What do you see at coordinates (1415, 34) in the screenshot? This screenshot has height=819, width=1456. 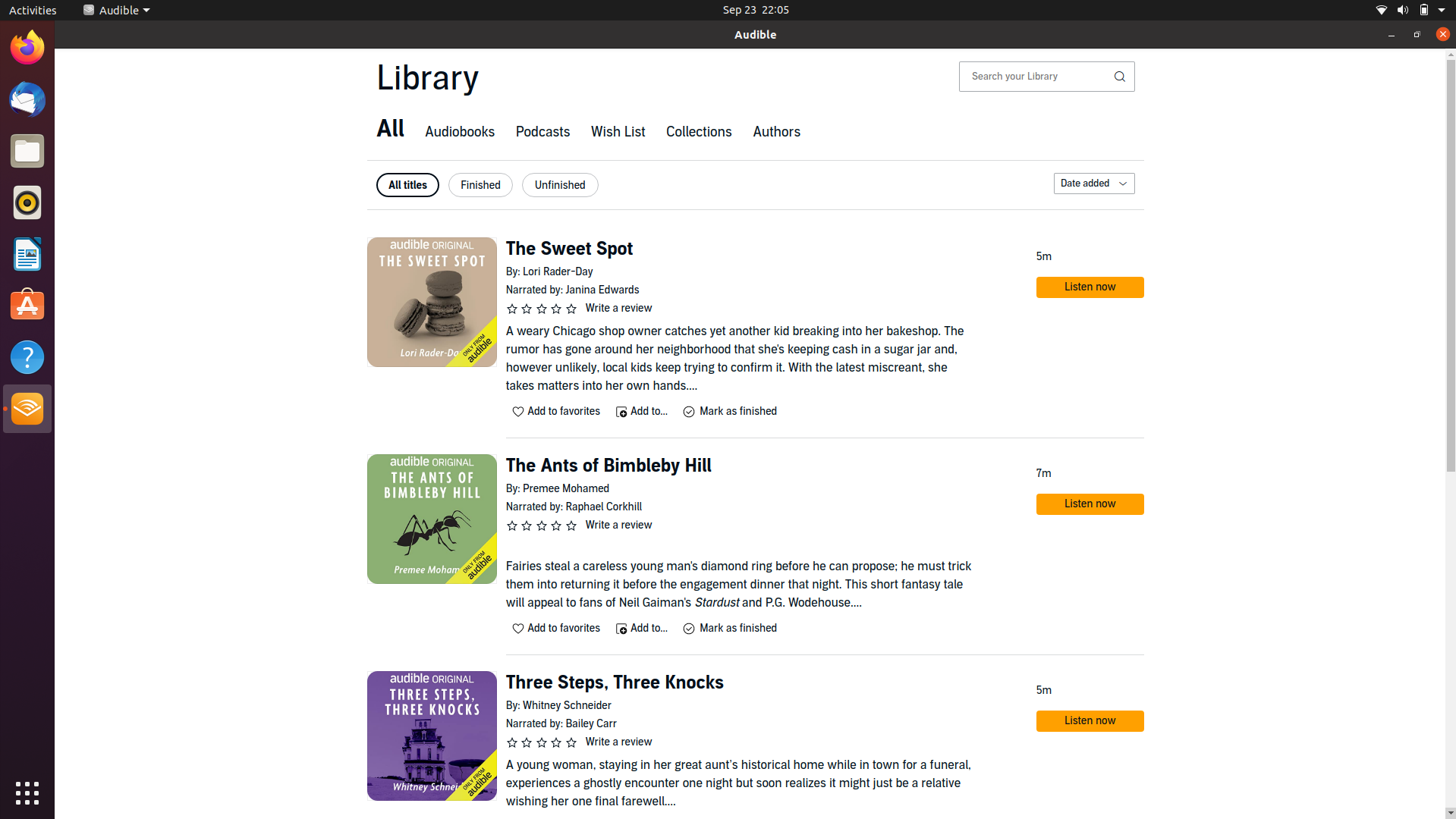 I see `Expand to full screen mode` at bounding box center [1415, 34].